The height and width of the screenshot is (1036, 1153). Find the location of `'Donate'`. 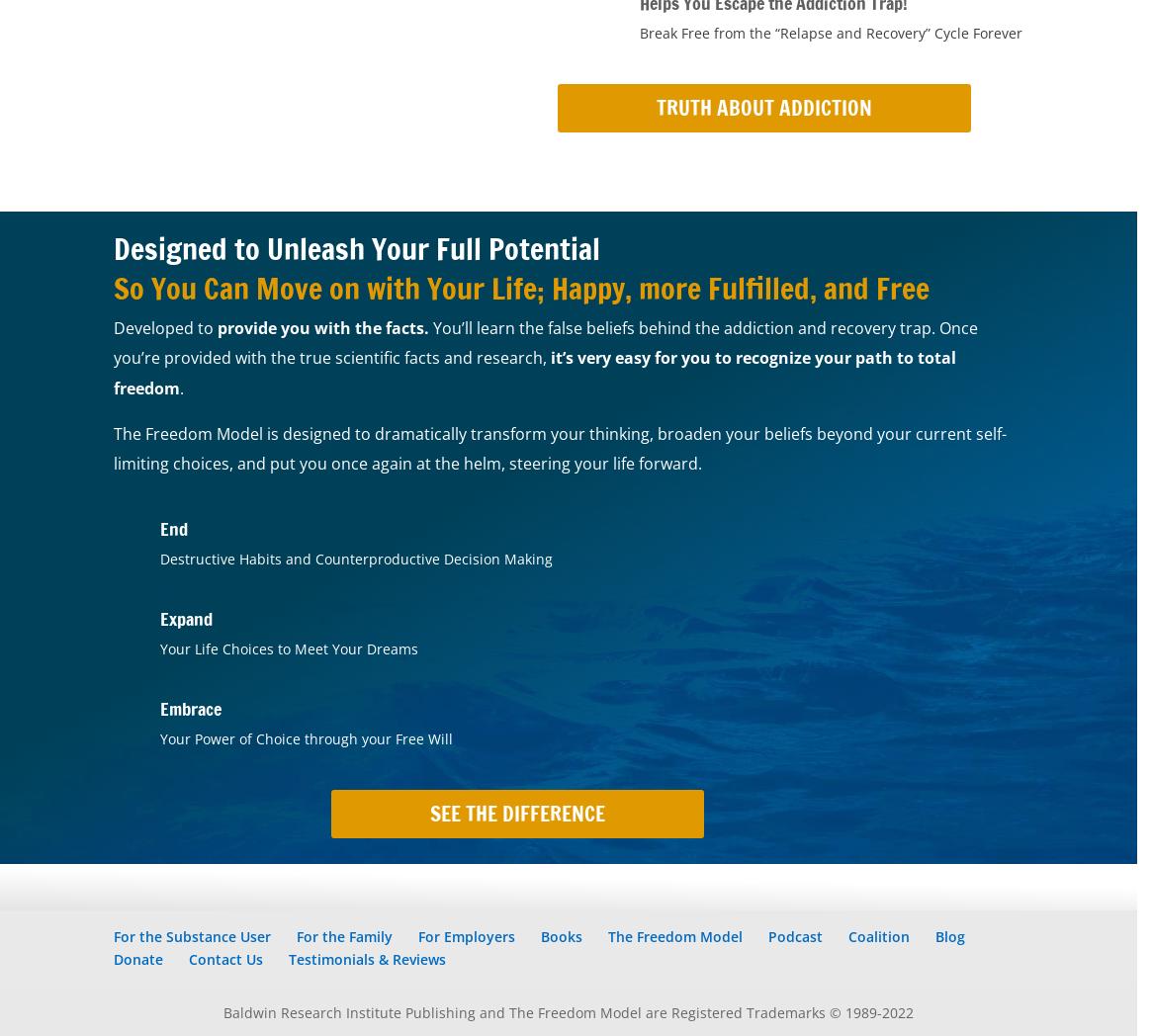

'Donate' is located at coordinates (138, 958).